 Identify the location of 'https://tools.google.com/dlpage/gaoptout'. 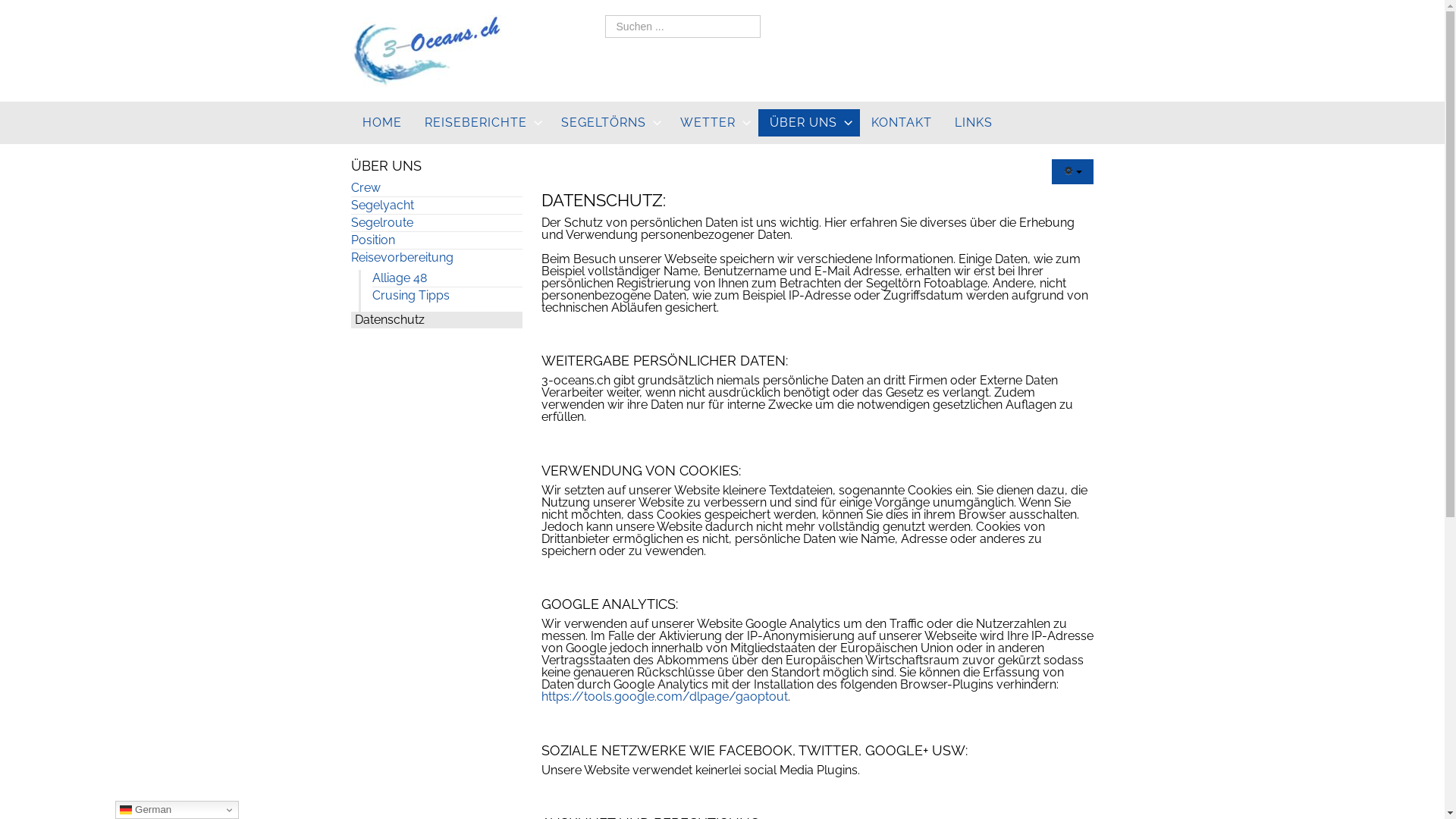
(664, 696).